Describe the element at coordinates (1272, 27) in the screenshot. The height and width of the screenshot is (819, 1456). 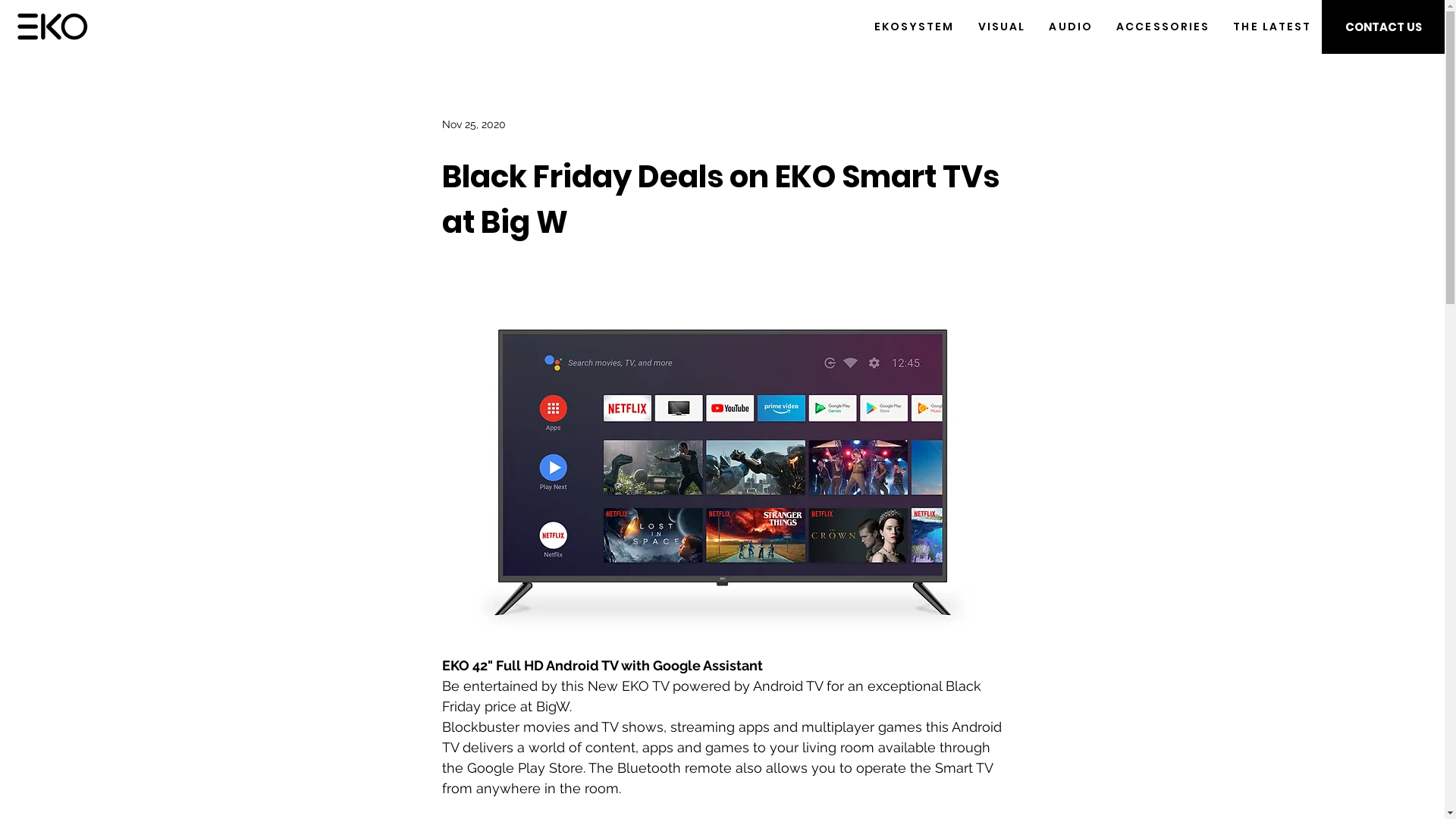
I see `'THE LATEST'` at that location.